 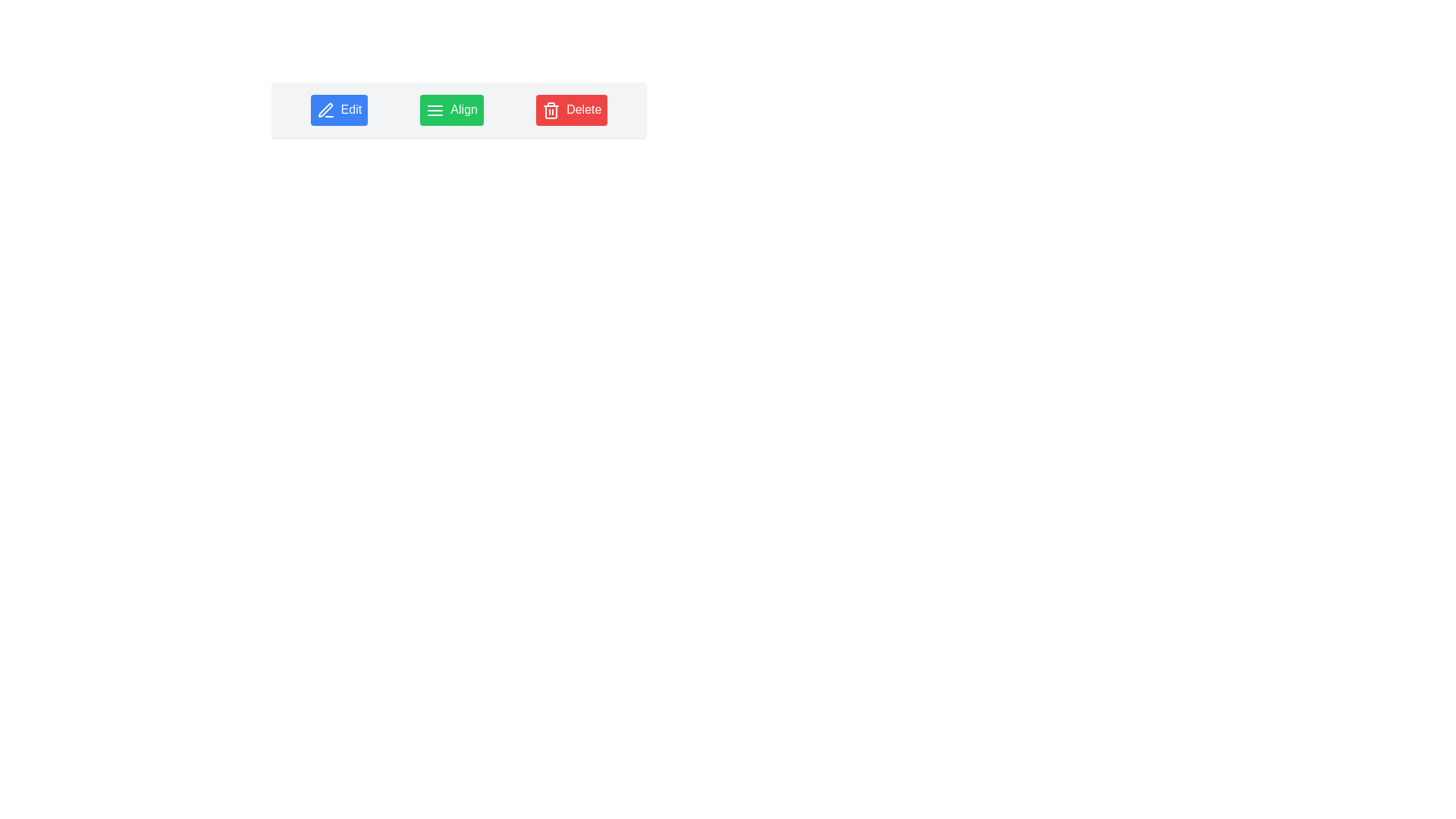 I want to click on the 'Edit' button which contains a white pen icon on a blue background, located at the top-left section of the interface, so click(x=325, y=109).